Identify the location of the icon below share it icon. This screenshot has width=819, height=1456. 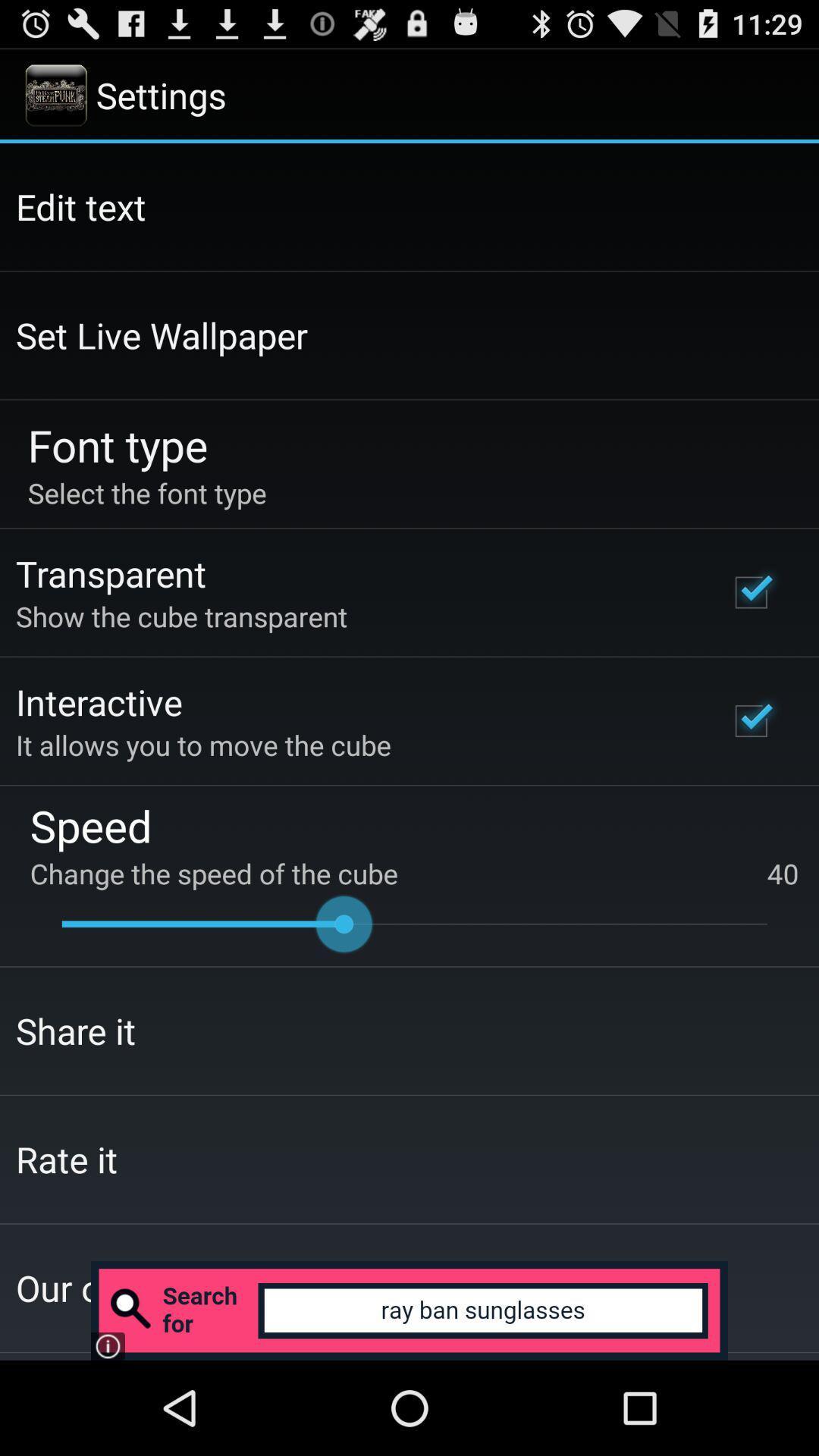
(66, 1158).